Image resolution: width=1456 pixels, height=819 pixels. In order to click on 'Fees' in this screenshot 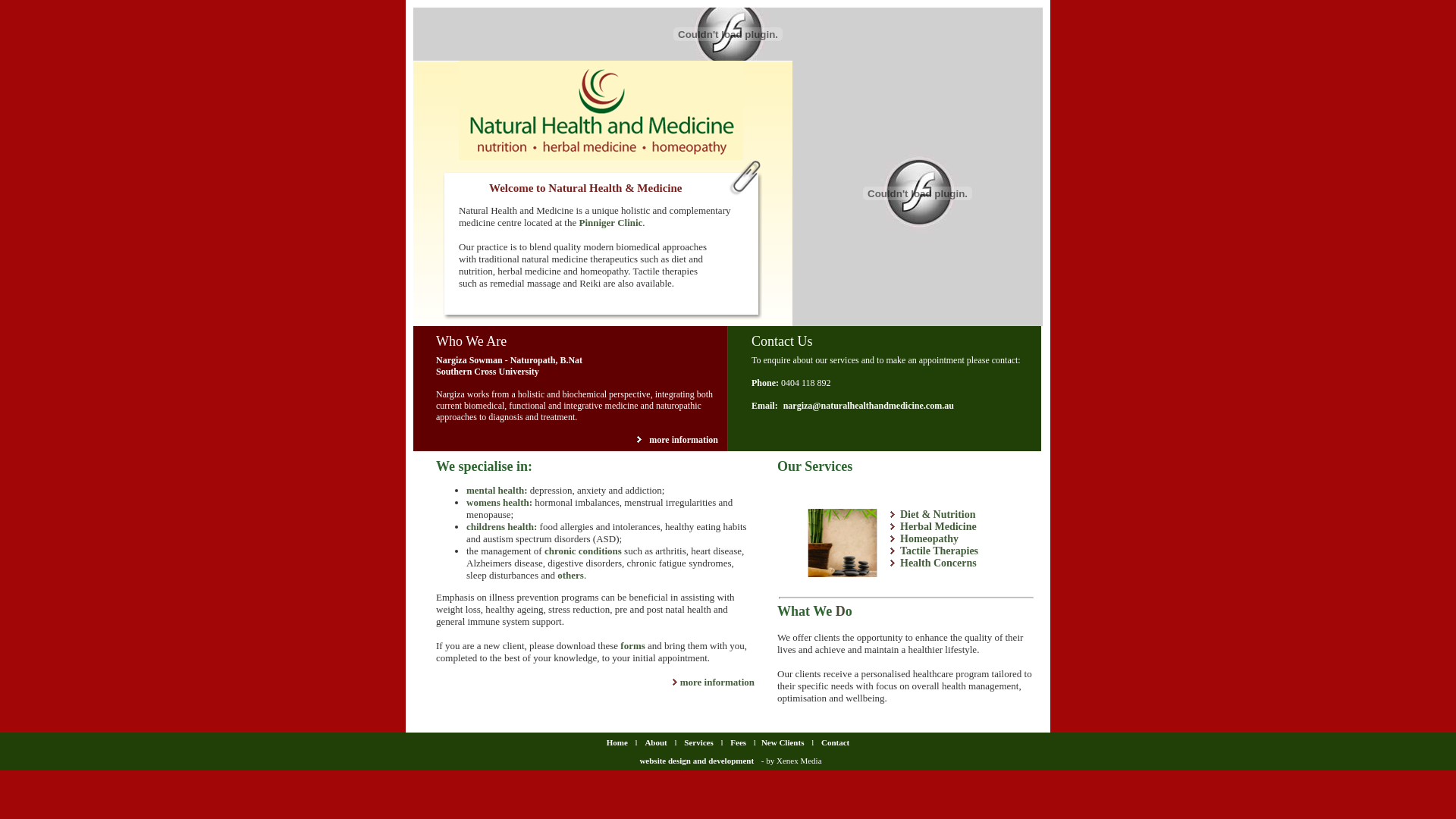, I will do `click(738, 742)`.